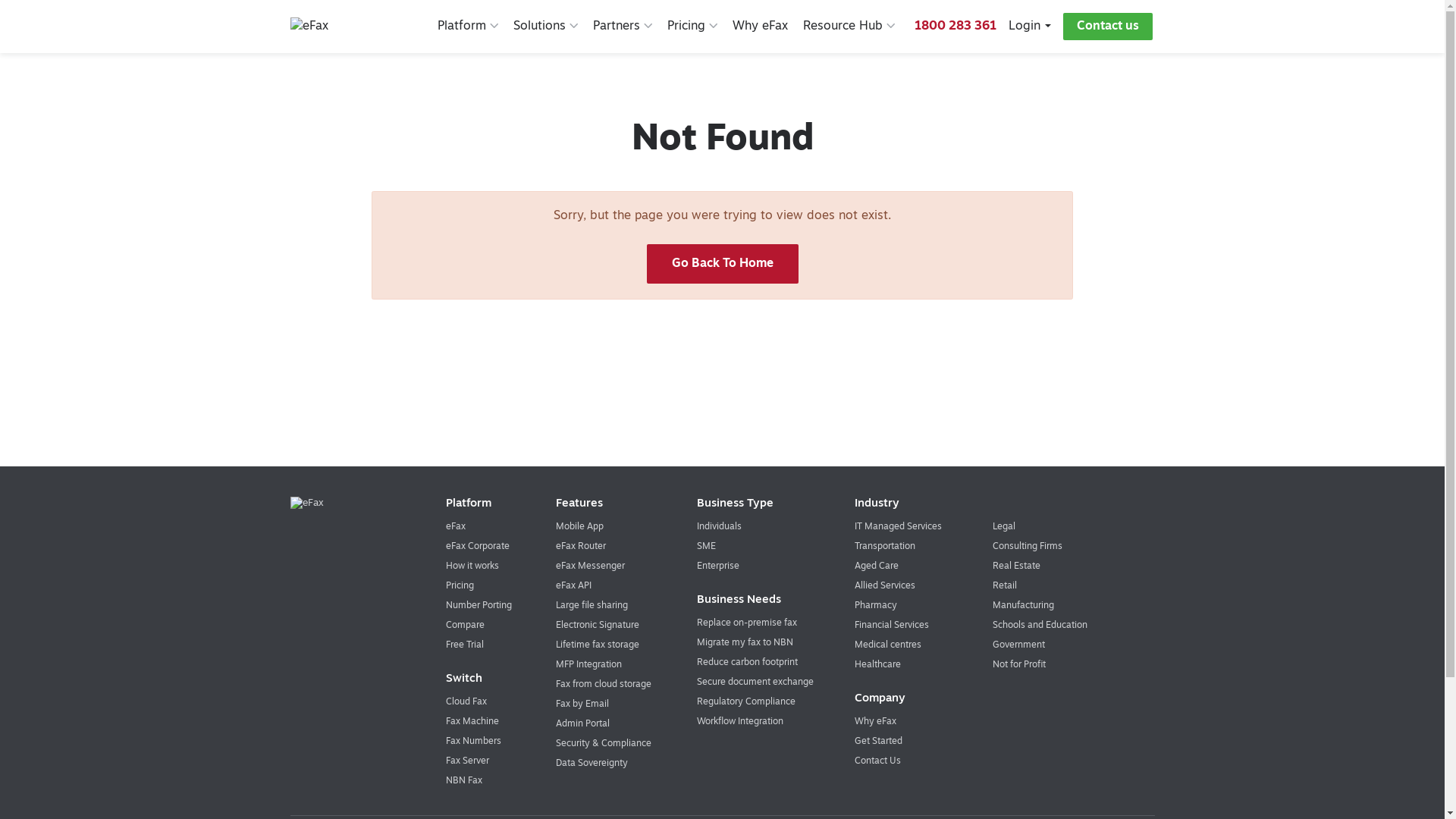 The image size is (1456, 819). Describe the element at coordinates (1107, 26) in the screenshot. I see `'Contact us'` at that location.